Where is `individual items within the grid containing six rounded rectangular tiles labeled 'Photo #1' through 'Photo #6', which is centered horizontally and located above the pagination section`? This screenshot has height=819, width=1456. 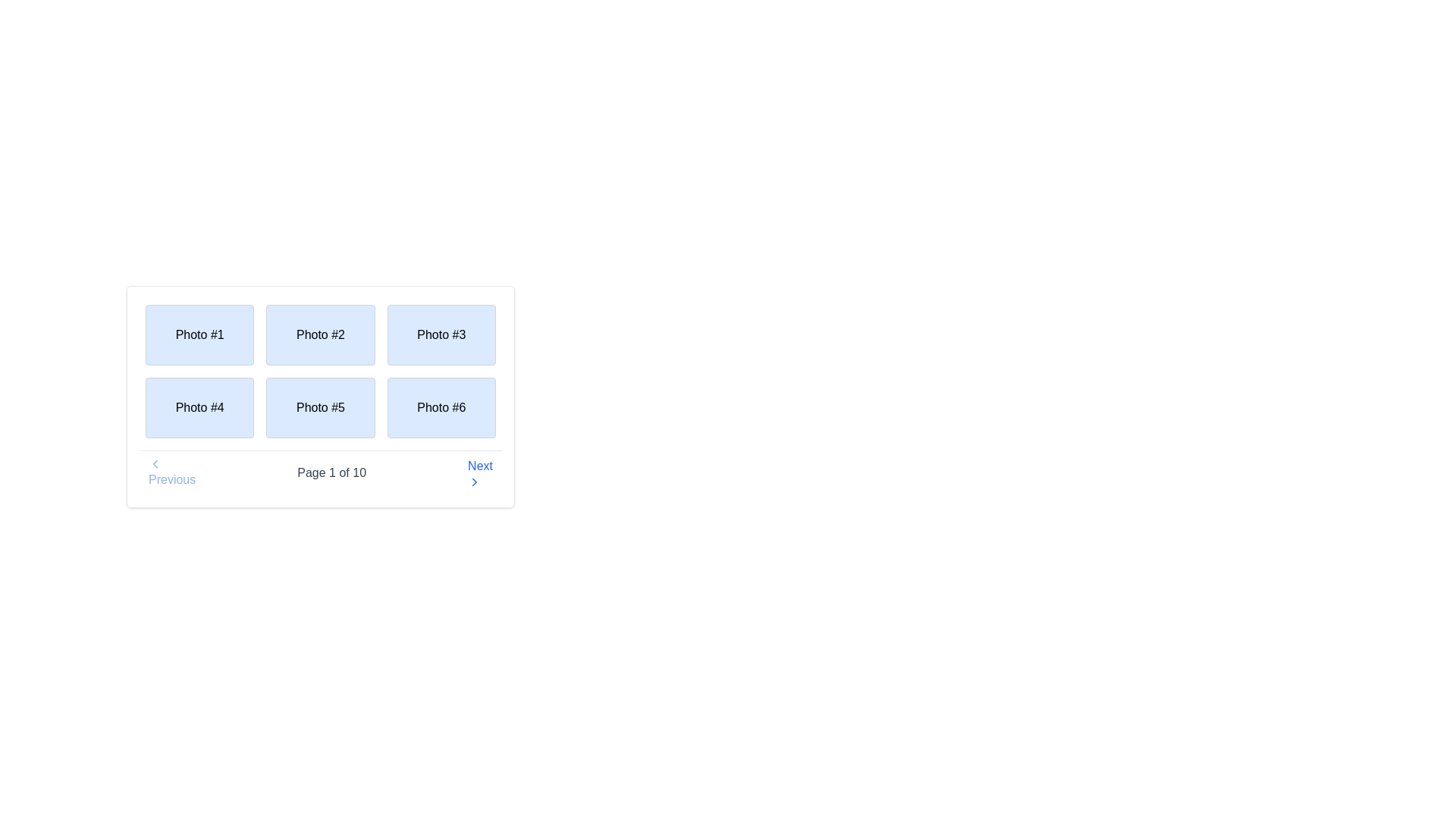
individual items within the grid containing six rounded rectangular tiles labeled 'Photo #1' through 'Photo #6', which is centered horizontally and located above the pagination section is located at coordinates (319, 371).